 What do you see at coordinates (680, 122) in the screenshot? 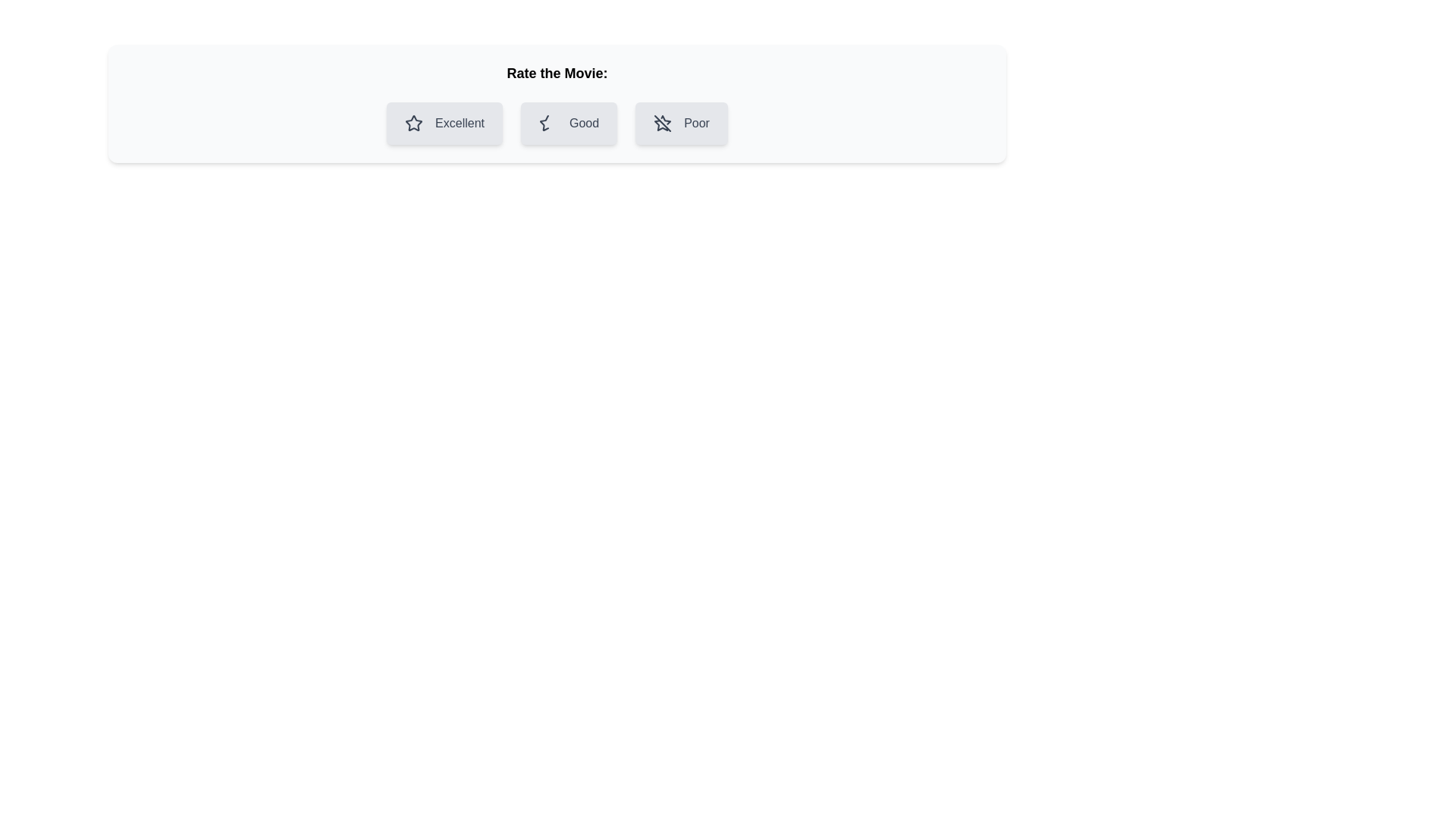
I see `the rating chip labeled Poor by clicking on it` at bounding box center [680, 122].